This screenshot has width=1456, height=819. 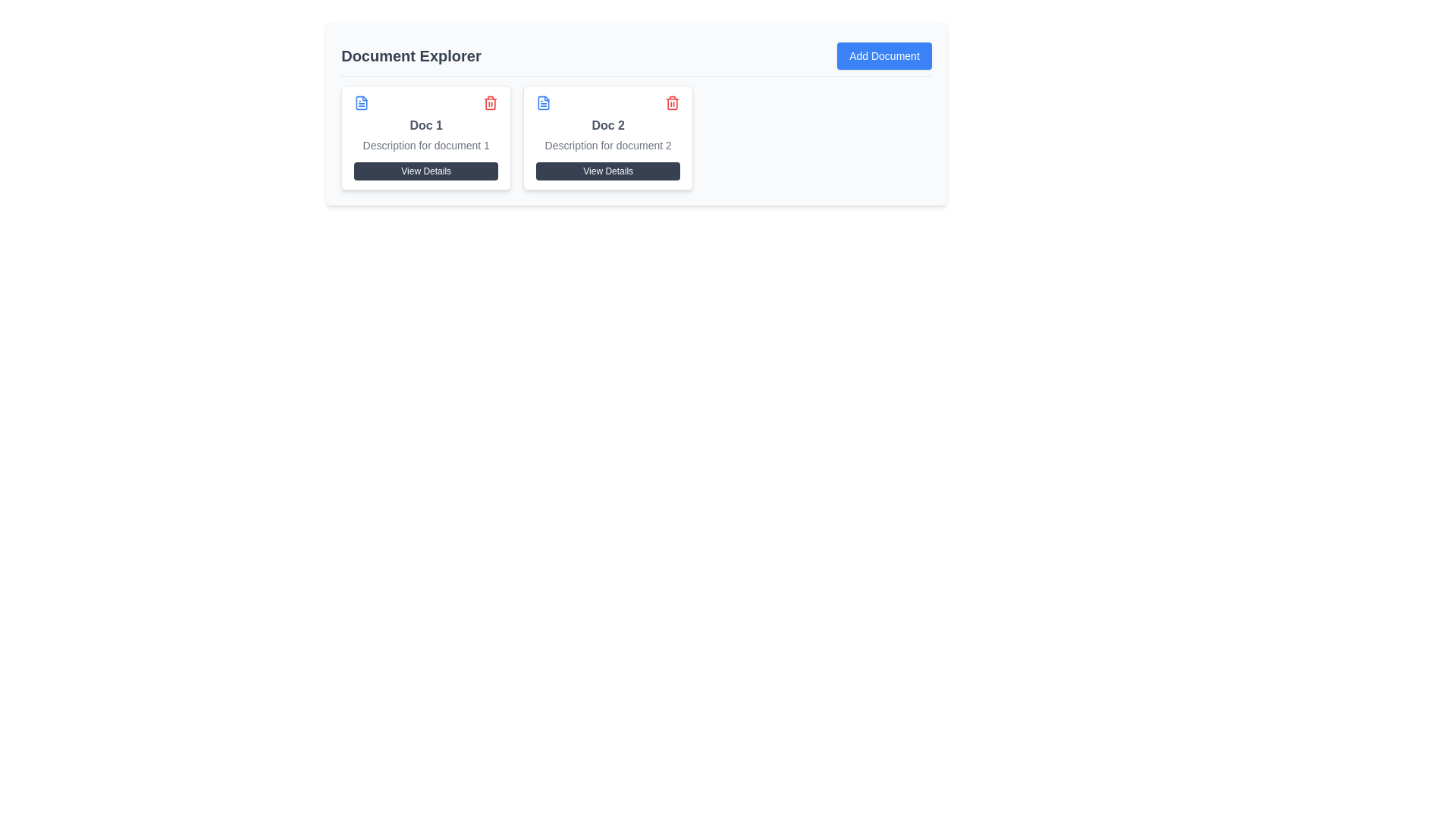 What do you see at coordinates (361, 102) in the screenshot?
I see `the blue document file icon located at the top-left corner of the 'Doc 1' card in the 'Document Explorer' section` at bounding box center [361, 102].